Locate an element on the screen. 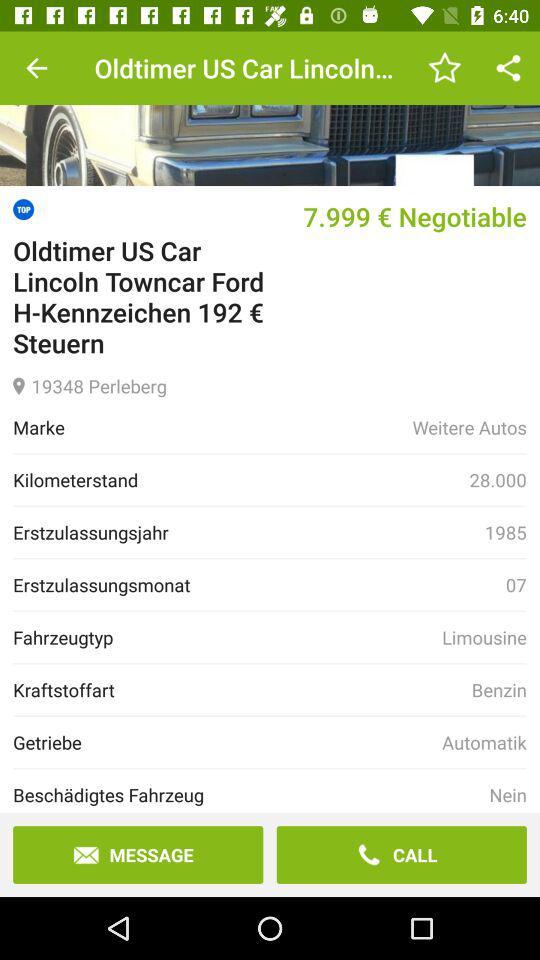 This screenshot has height=960, width=540. item above weitere autos item is located at coordinates (270, 383).